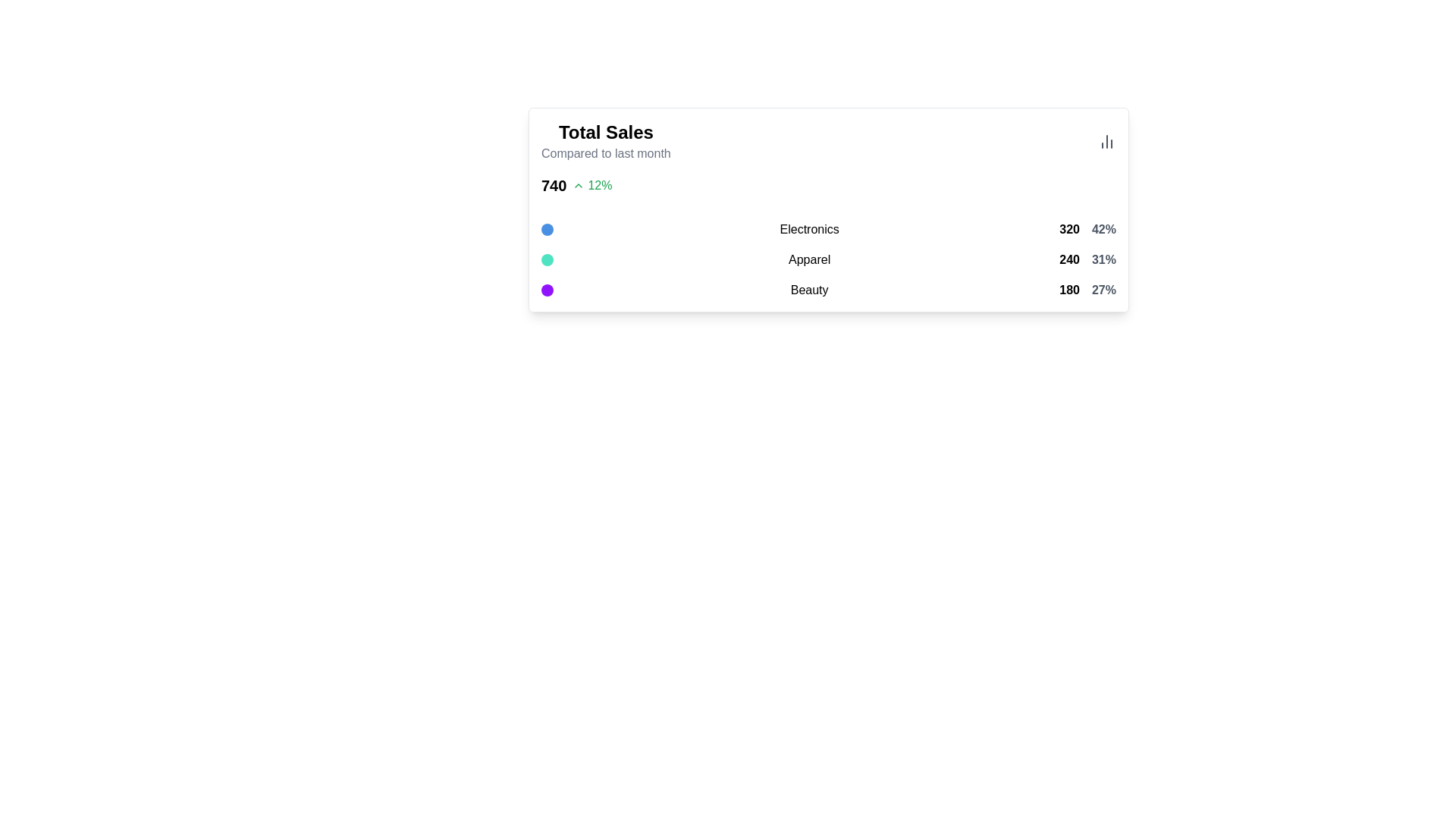 The height and width of the screenshot is (819, 1456). Describe the element at coordinates (808, 230) in the screenshot. I see `the 'Electronics' category label, which is located in the second row of the category list, positioned between a blue circular marker and numerical values` at that location.